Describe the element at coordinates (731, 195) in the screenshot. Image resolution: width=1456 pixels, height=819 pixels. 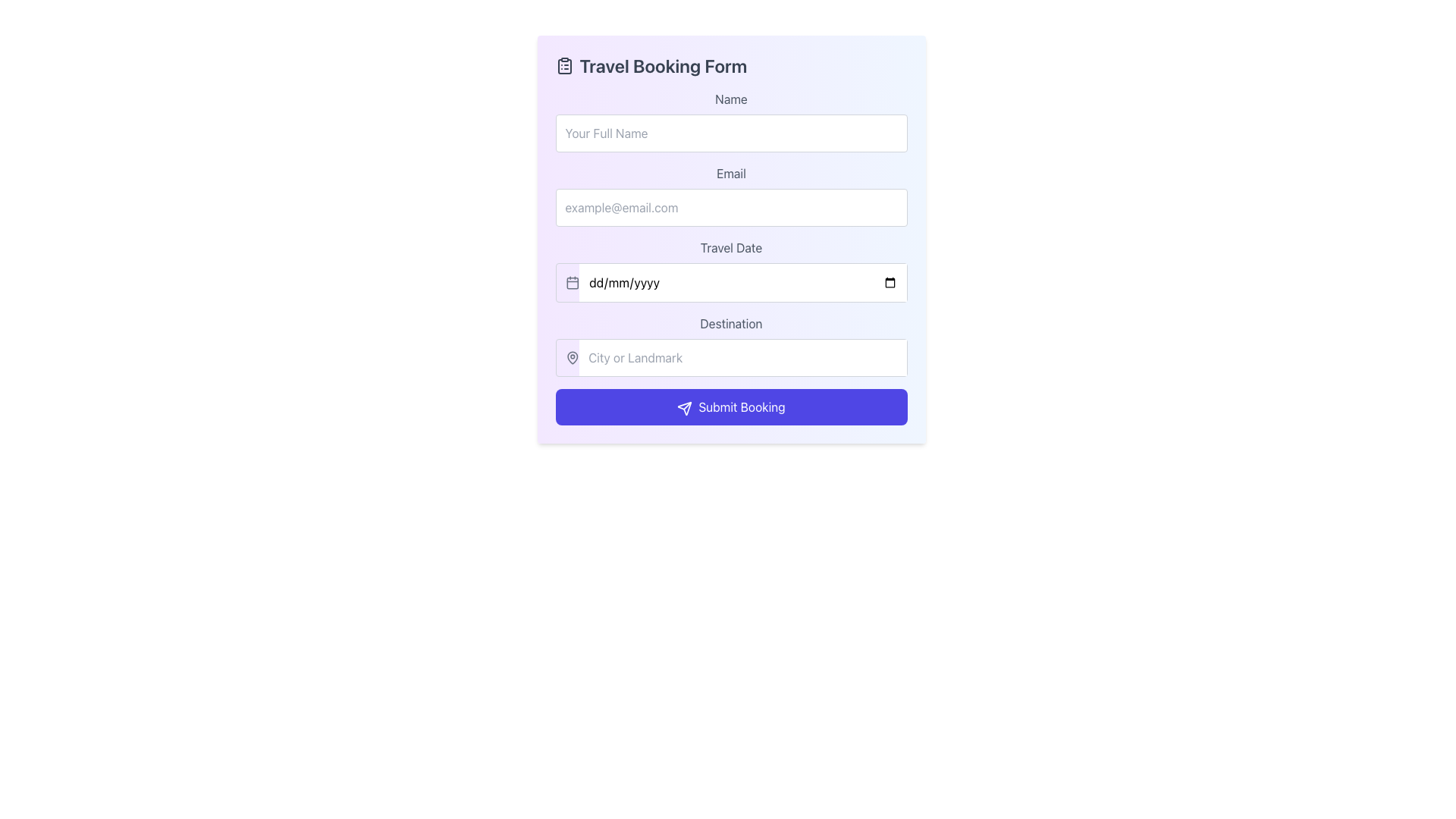
I see `the email input field located below the 'Name' input field and above the 'Travel Date' input field` at that location.